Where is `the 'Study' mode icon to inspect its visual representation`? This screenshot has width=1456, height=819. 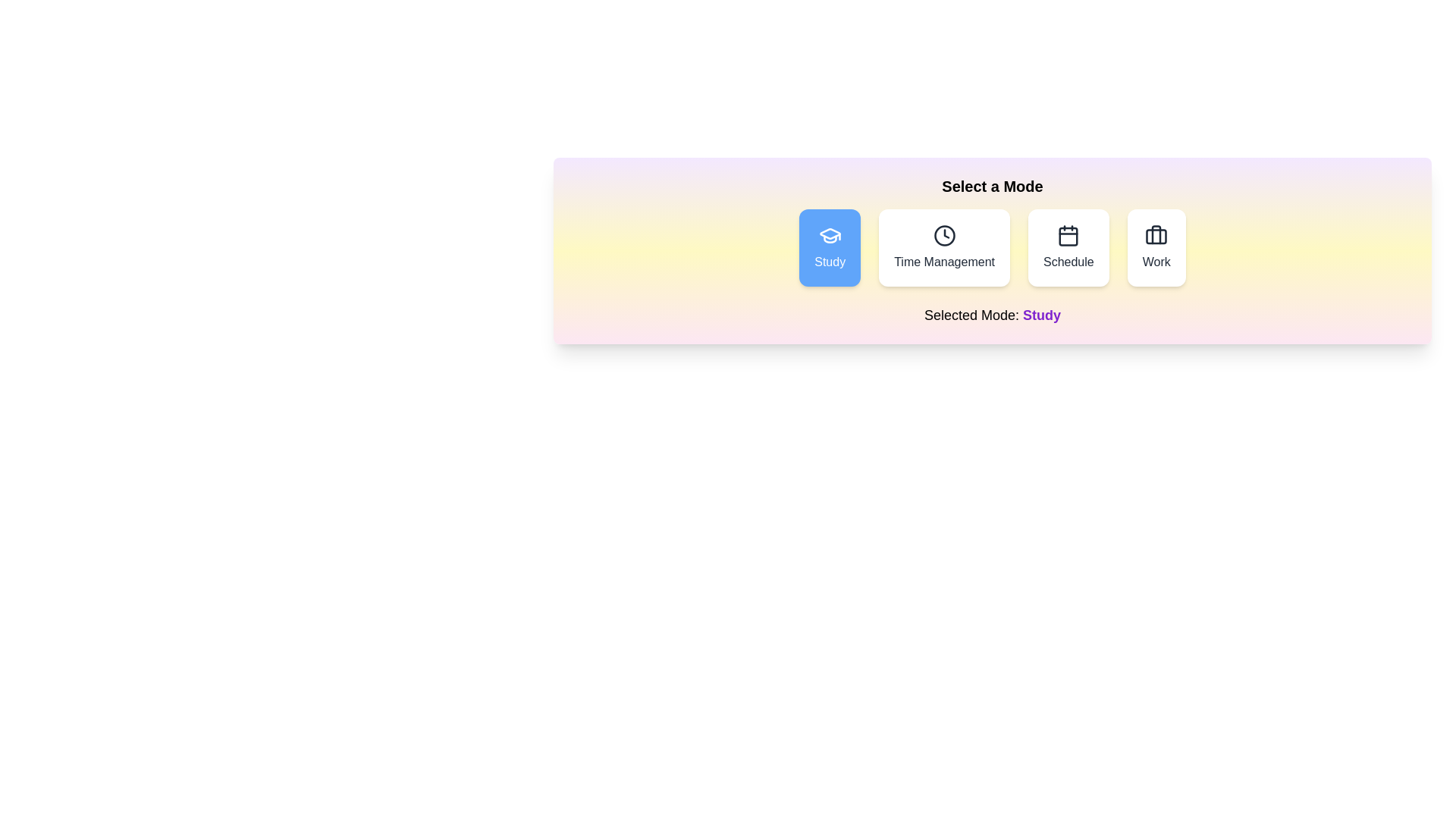
the 'Study' mode icon to inspect its visual representation is located at coordinates (829, 236).